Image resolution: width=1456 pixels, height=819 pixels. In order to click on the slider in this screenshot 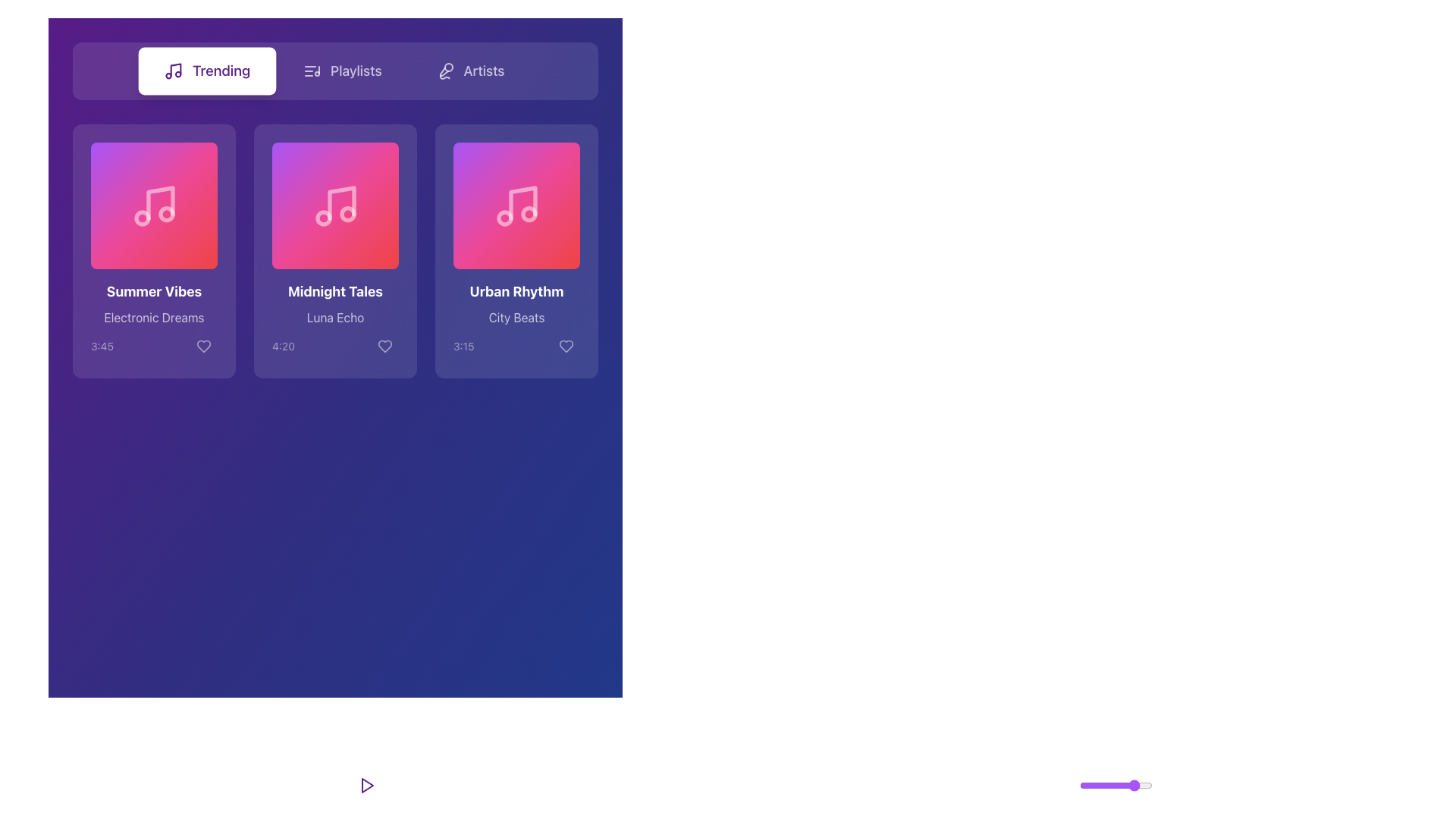, I will do `click(1086, 785)`.